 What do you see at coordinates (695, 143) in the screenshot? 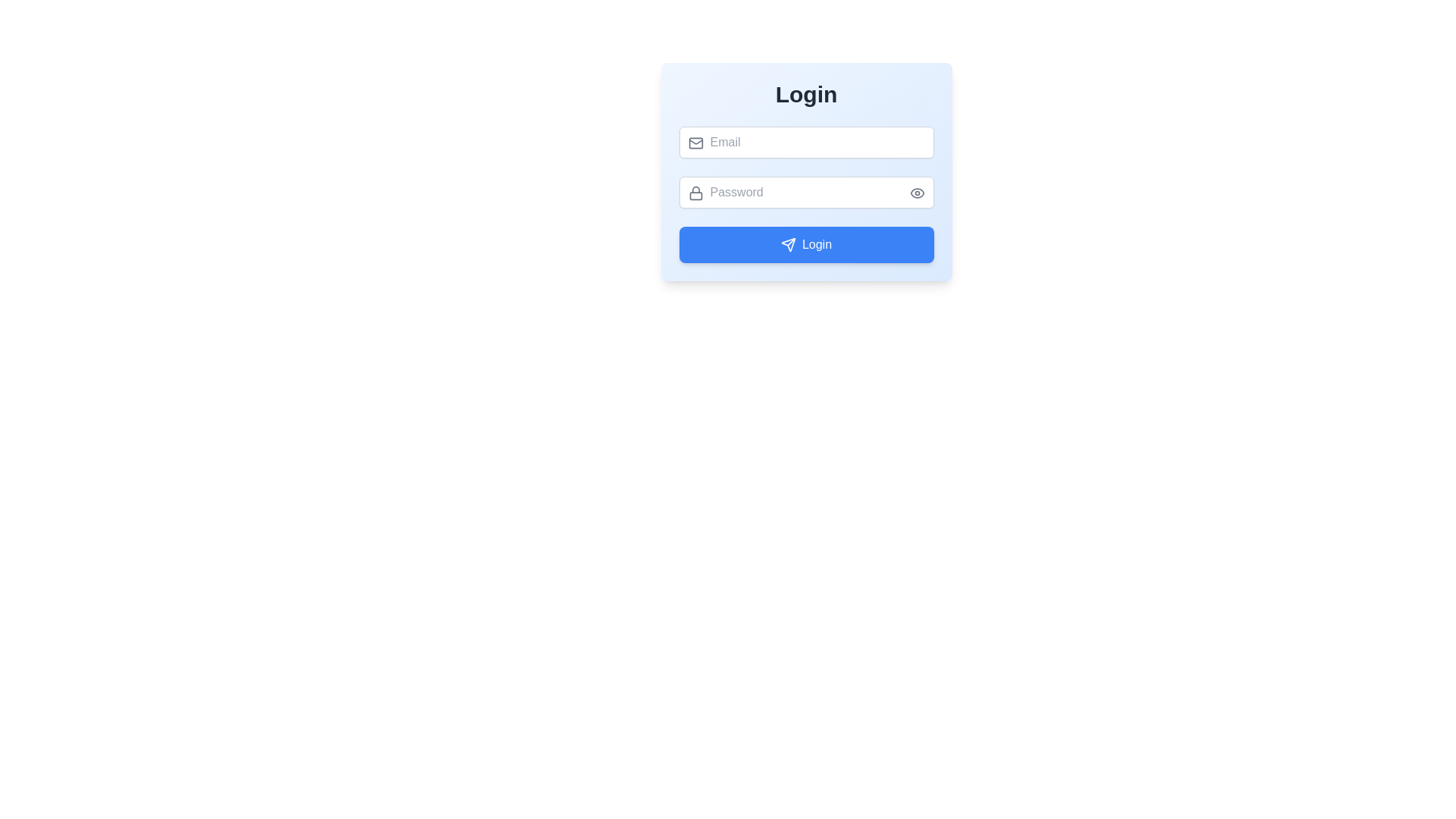
I see `the decorative email icon located immediately to the left of the email input field in the login form` at bounding box center [695, 143].